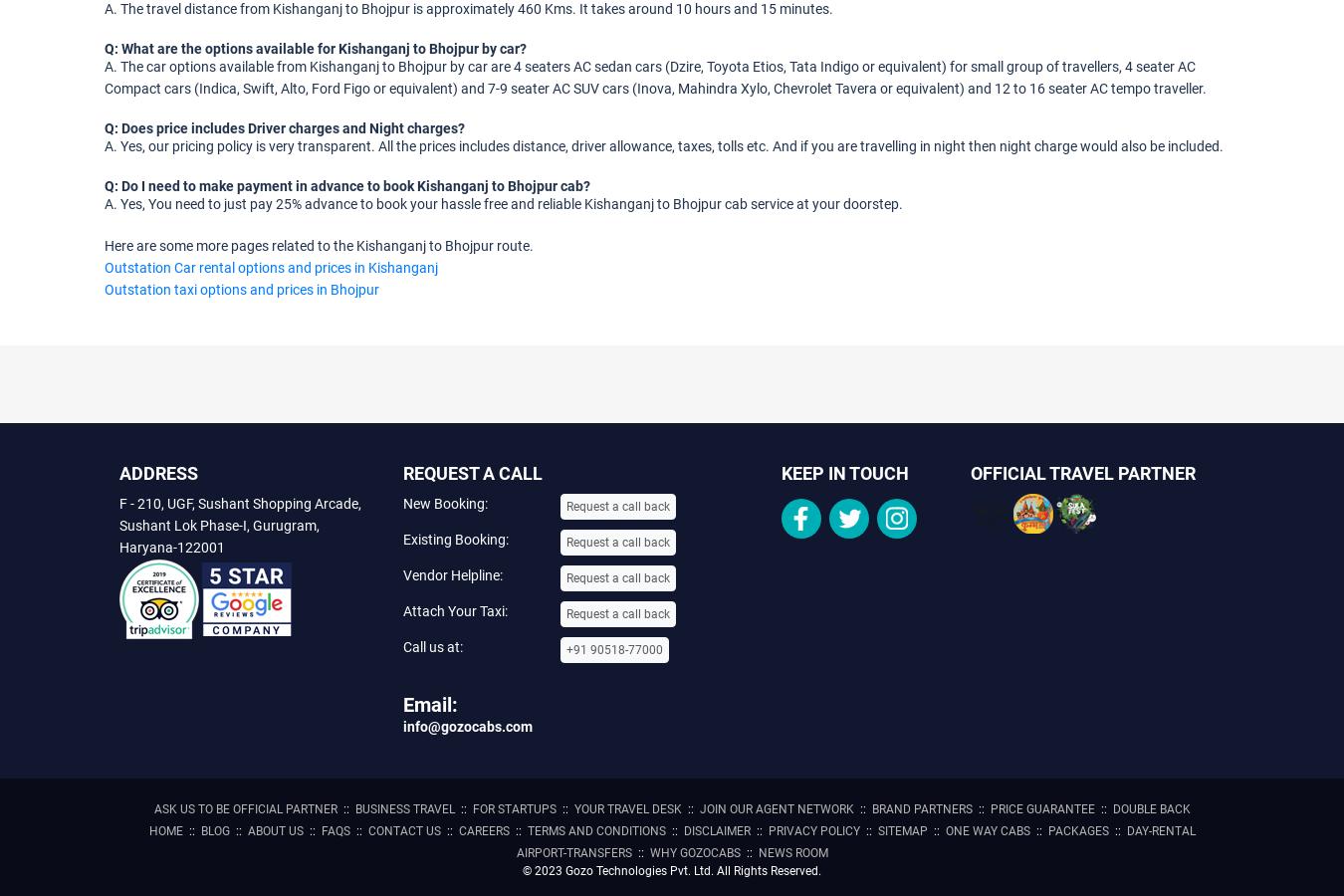  Describe the element at coordinates (595, 830) in the screenshot. I see `'Terms and Conditions'` at that location.